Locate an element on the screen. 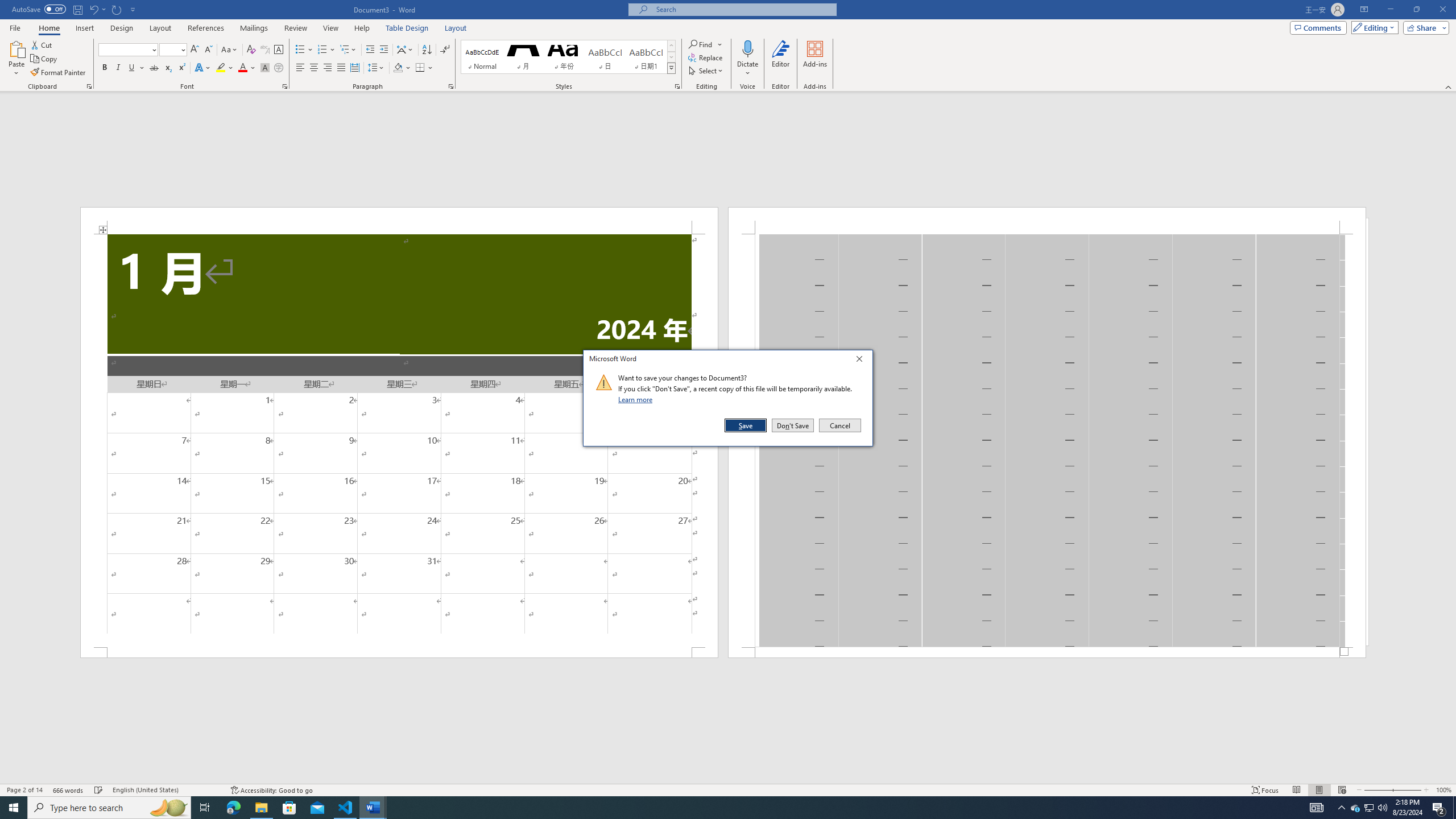 This screenshot has width=1456, height=819. 'Comments' is located at coordinates (1318, 27).